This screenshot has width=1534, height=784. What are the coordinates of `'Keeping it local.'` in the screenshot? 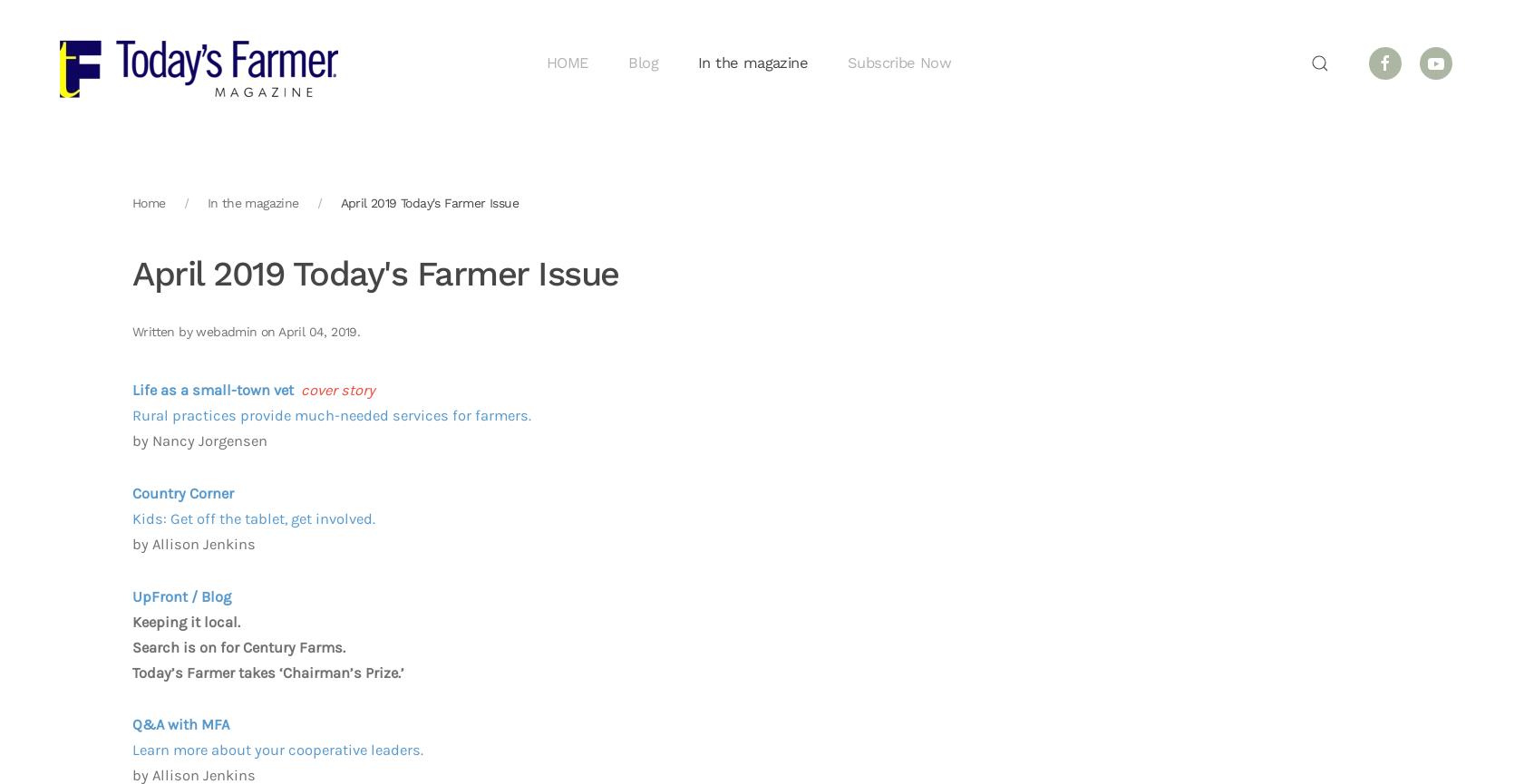 It's located at (185, 622).